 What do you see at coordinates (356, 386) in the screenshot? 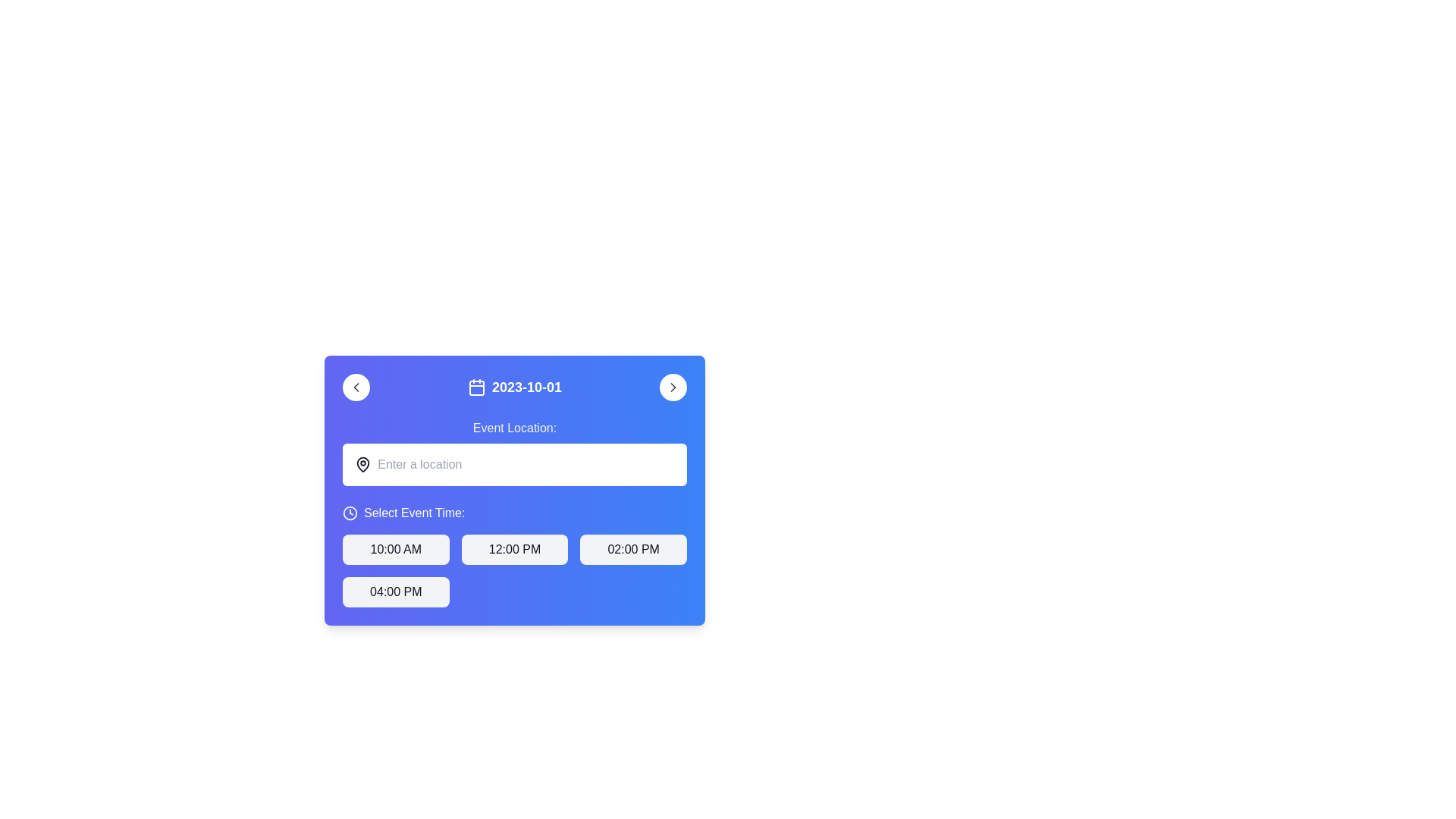
I see `the button with a chevron icon that serves as a navigation control for moving to a previous date, positioned to the left of the date display '2023-10-01'` at bounding box center [356, 386].